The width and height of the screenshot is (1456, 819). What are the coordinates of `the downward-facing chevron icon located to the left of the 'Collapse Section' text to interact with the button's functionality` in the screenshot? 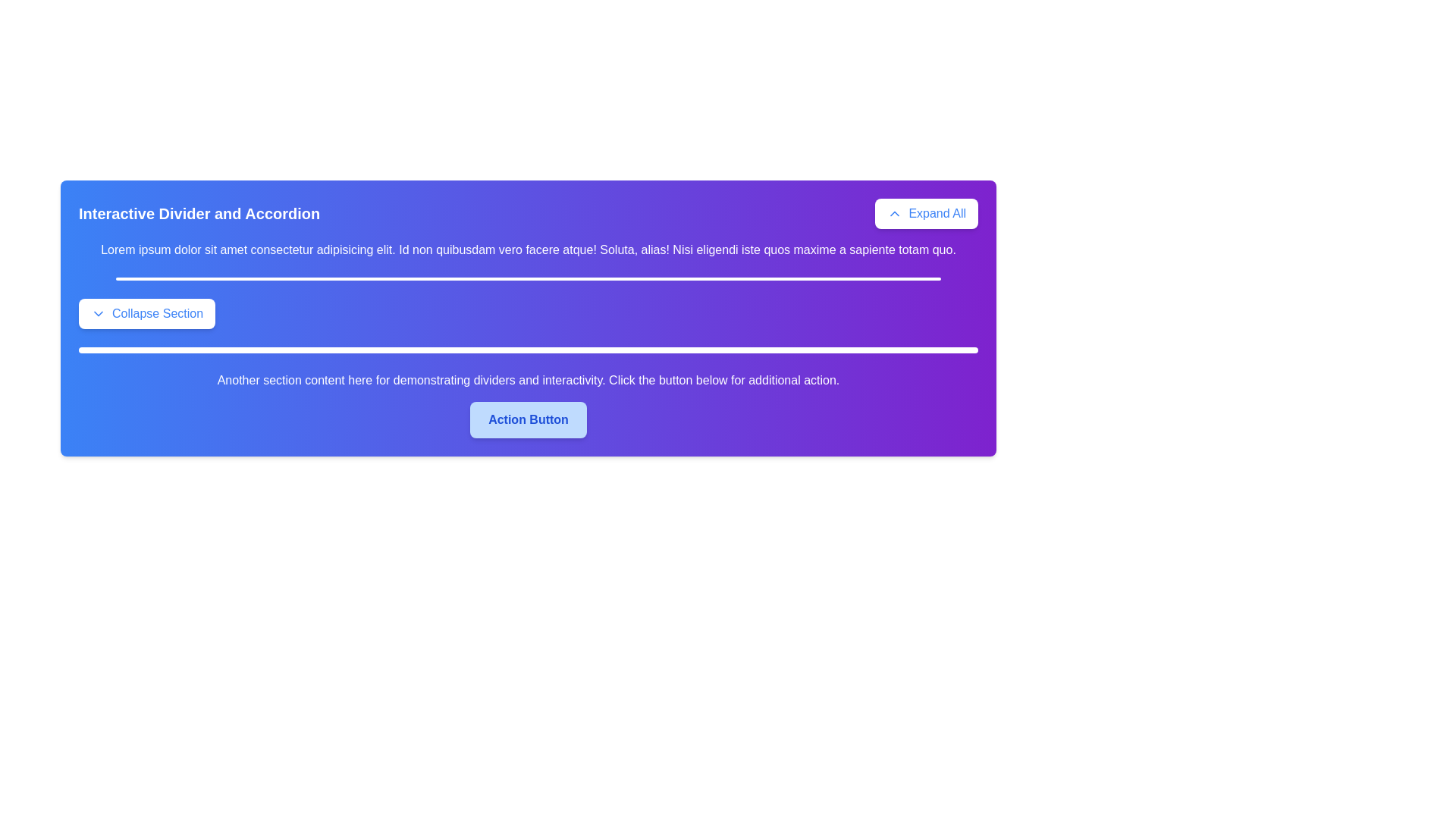 It's located at (97, 312).